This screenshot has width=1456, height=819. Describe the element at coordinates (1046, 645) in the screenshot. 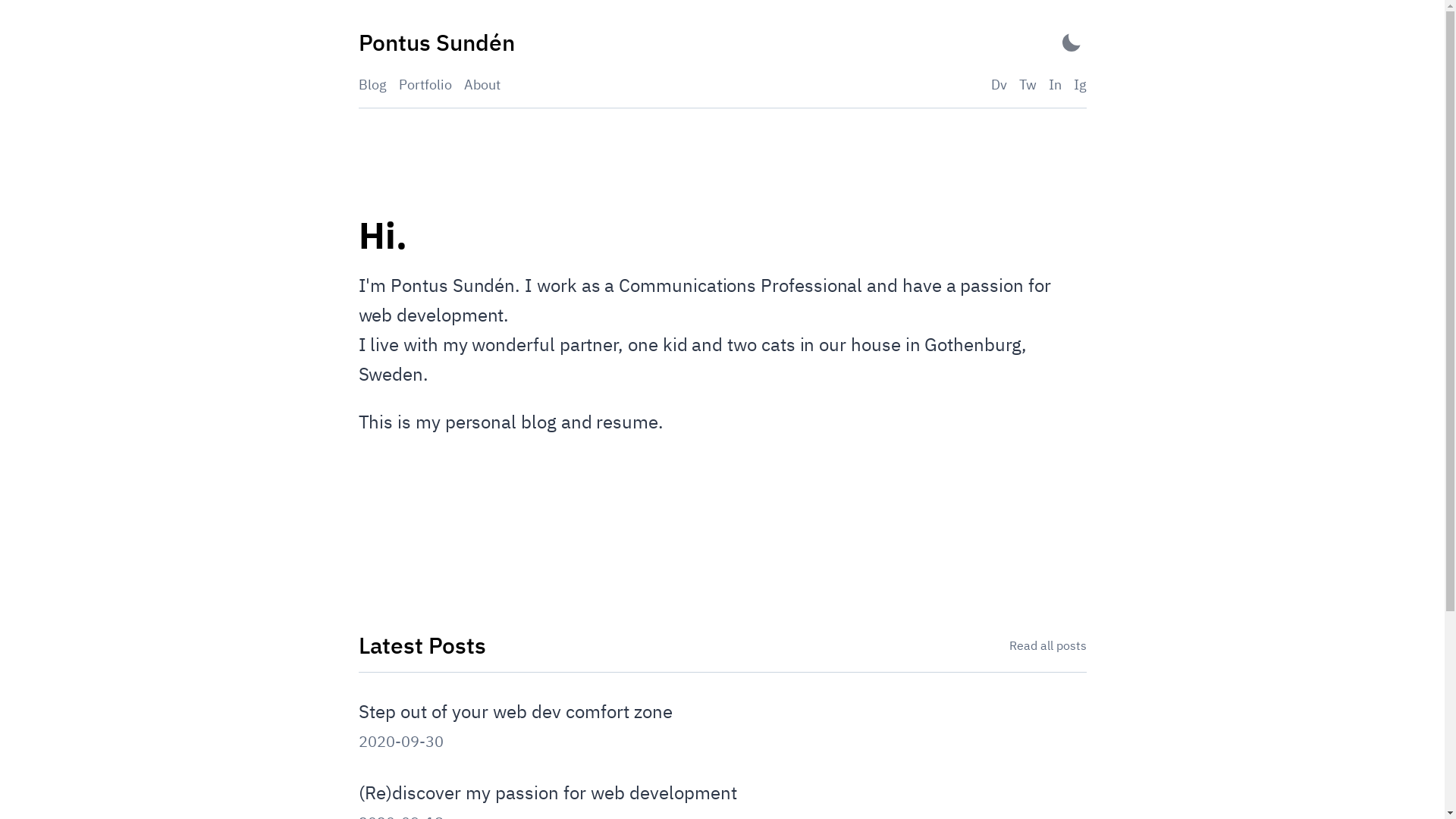

I see `'Read all posts'` at that location.